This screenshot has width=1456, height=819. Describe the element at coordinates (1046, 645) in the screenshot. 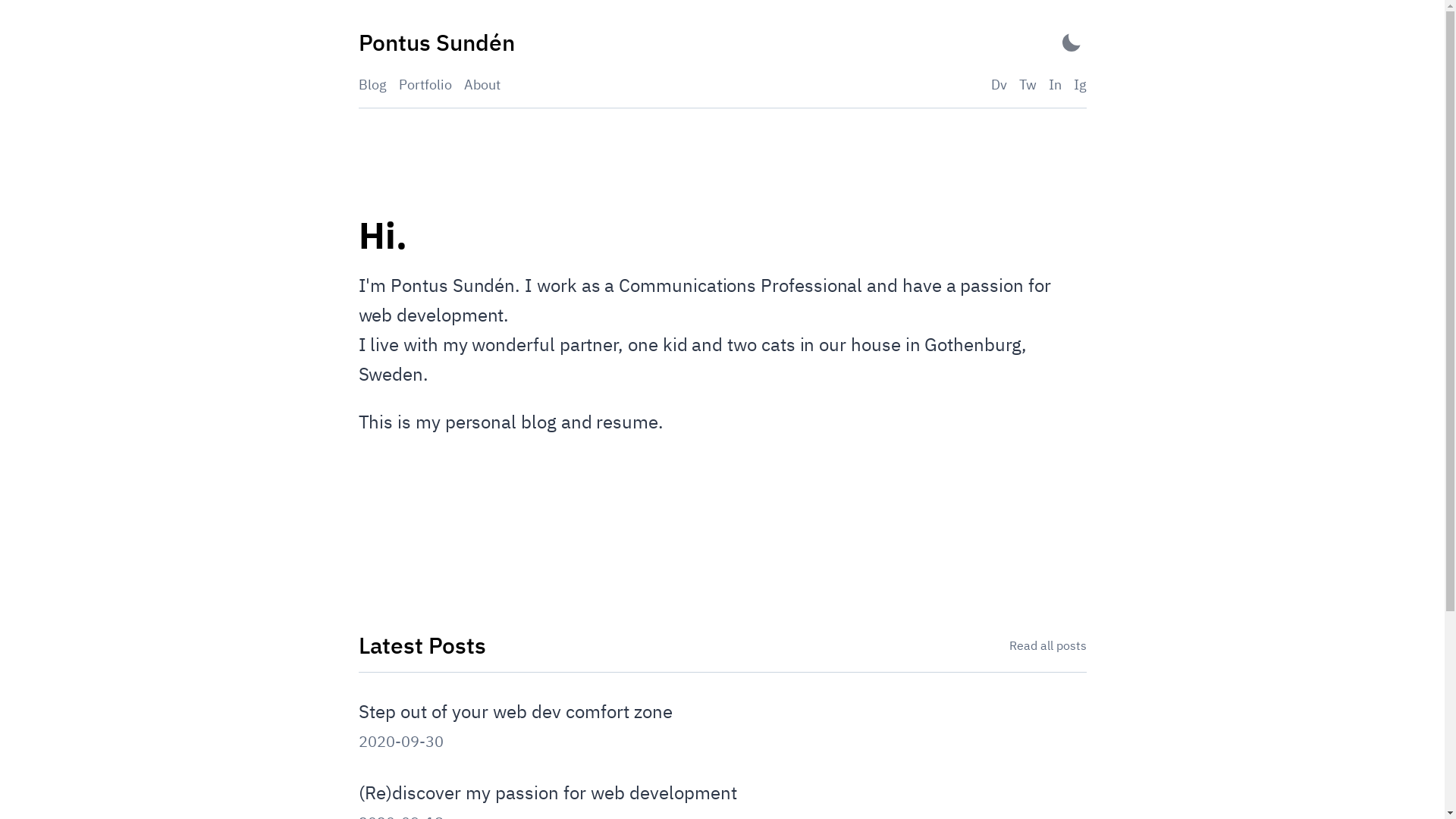

I see `'Read all posts'` at that location.